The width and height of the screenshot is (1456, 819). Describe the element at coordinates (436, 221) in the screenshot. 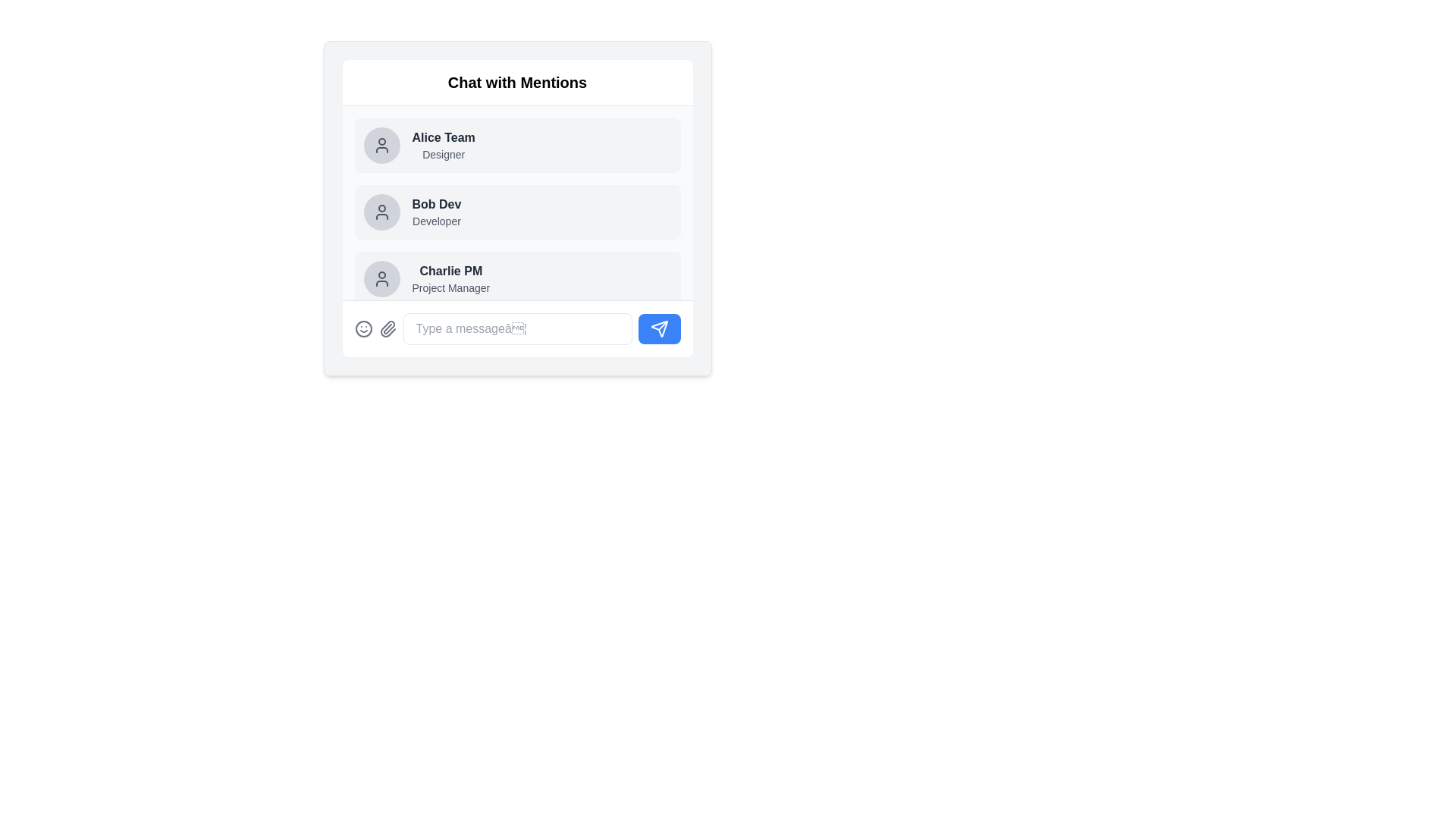

I see `text label indicating the role of 'Bob Dev', which is located in the second item of a list-like structure` at that location.